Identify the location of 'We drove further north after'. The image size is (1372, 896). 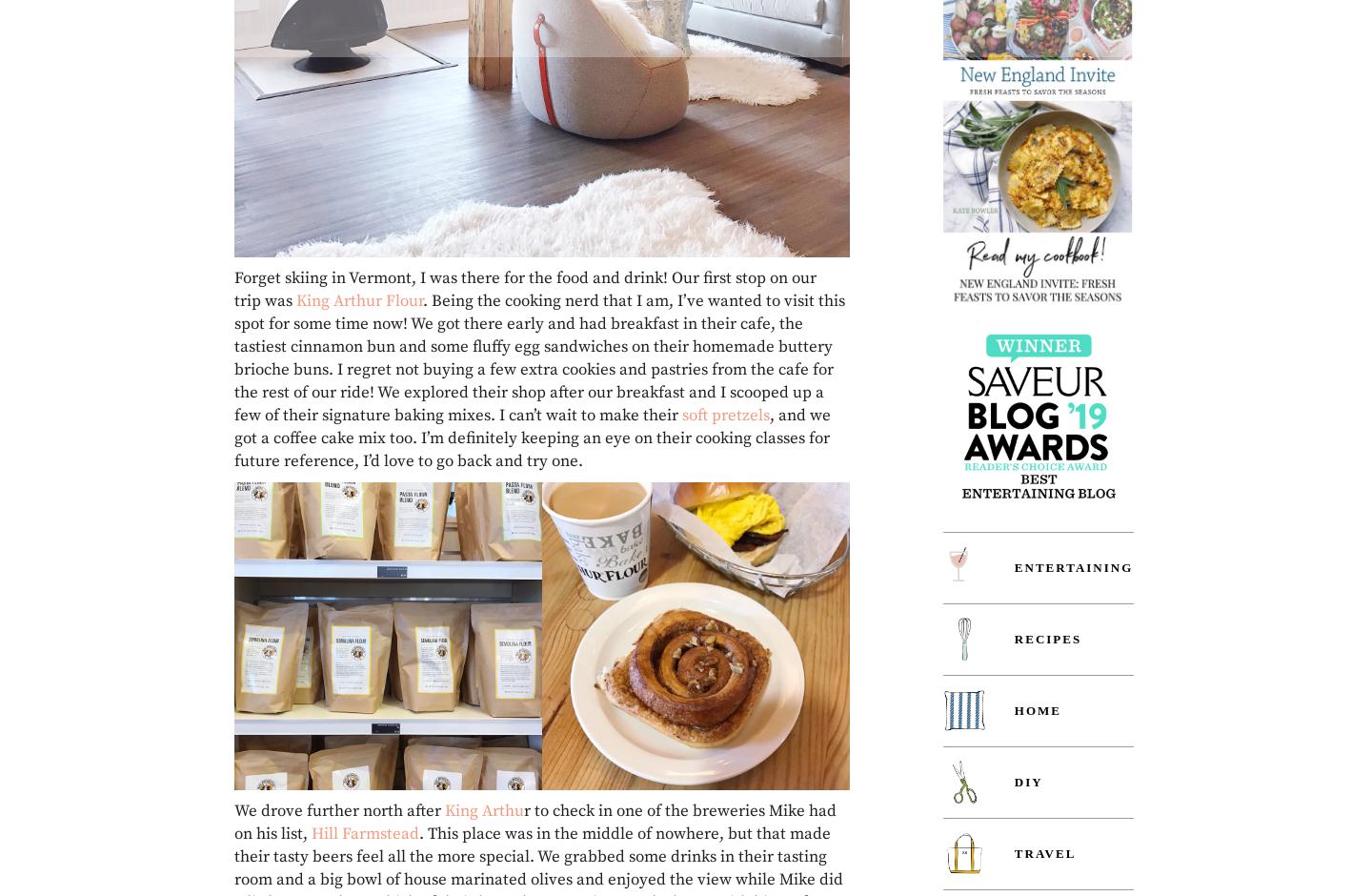
(339, 809).